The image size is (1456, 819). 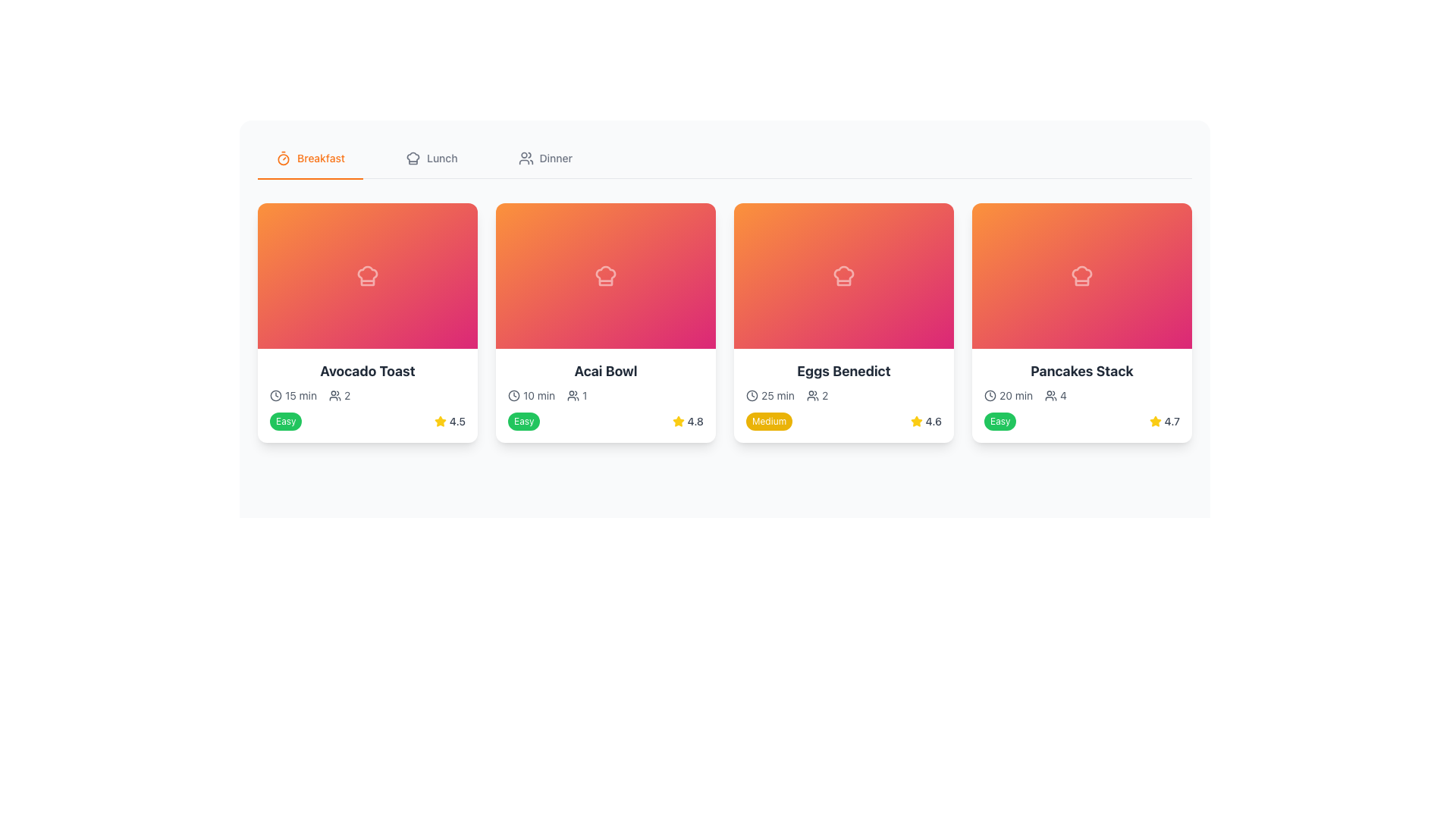 What do you see at coordinates (513, 394) in the screenshot?
I see `the icon representing the 10-minute preparation time for the 'Acai Bowl' card, which is located in the bottom-left corner of the card under the breakfast section` at bounding box center [513, 394].